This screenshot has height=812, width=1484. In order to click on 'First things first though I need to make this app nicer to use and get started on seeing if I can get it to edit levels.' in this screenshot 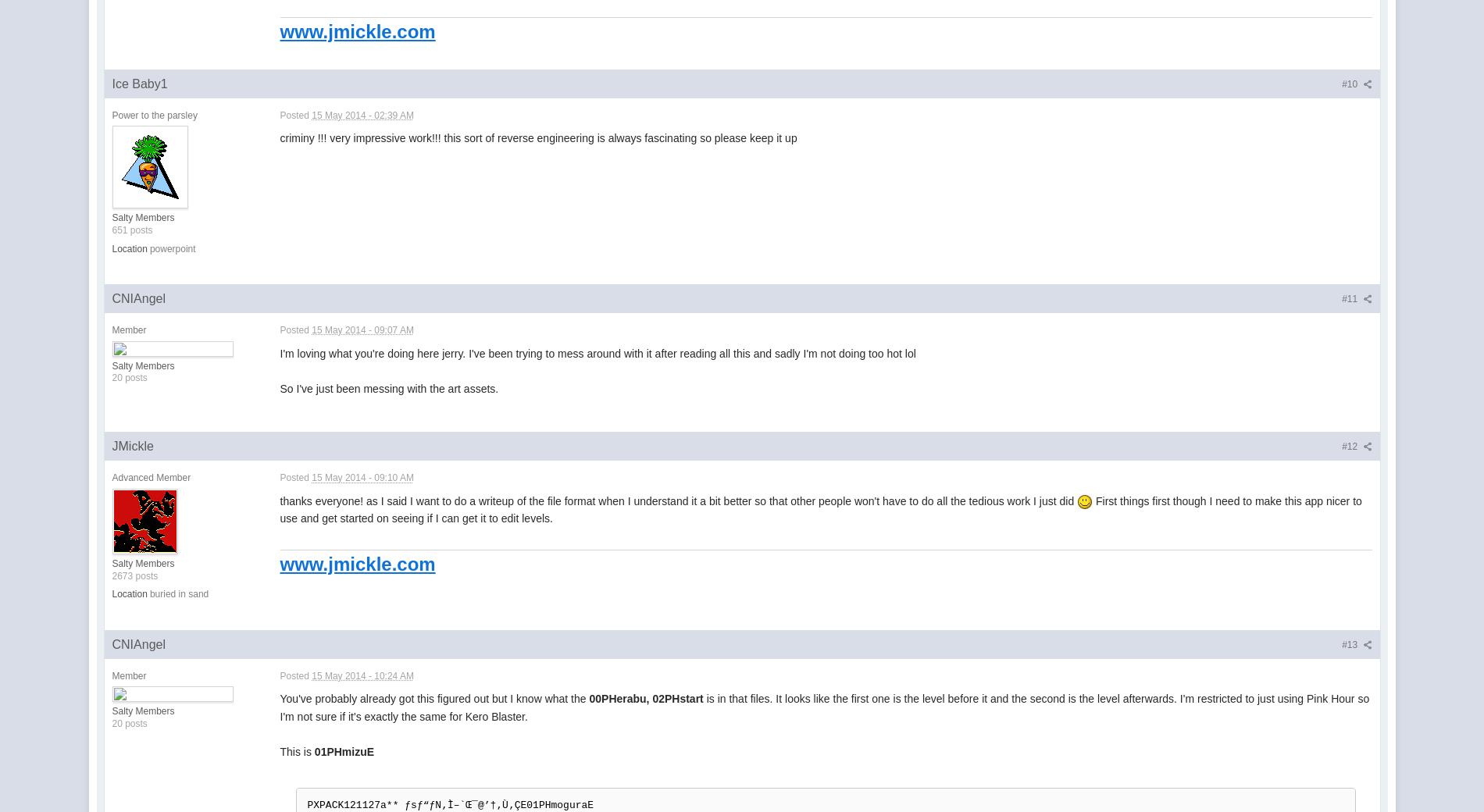, I will do `click(820, 510)`.